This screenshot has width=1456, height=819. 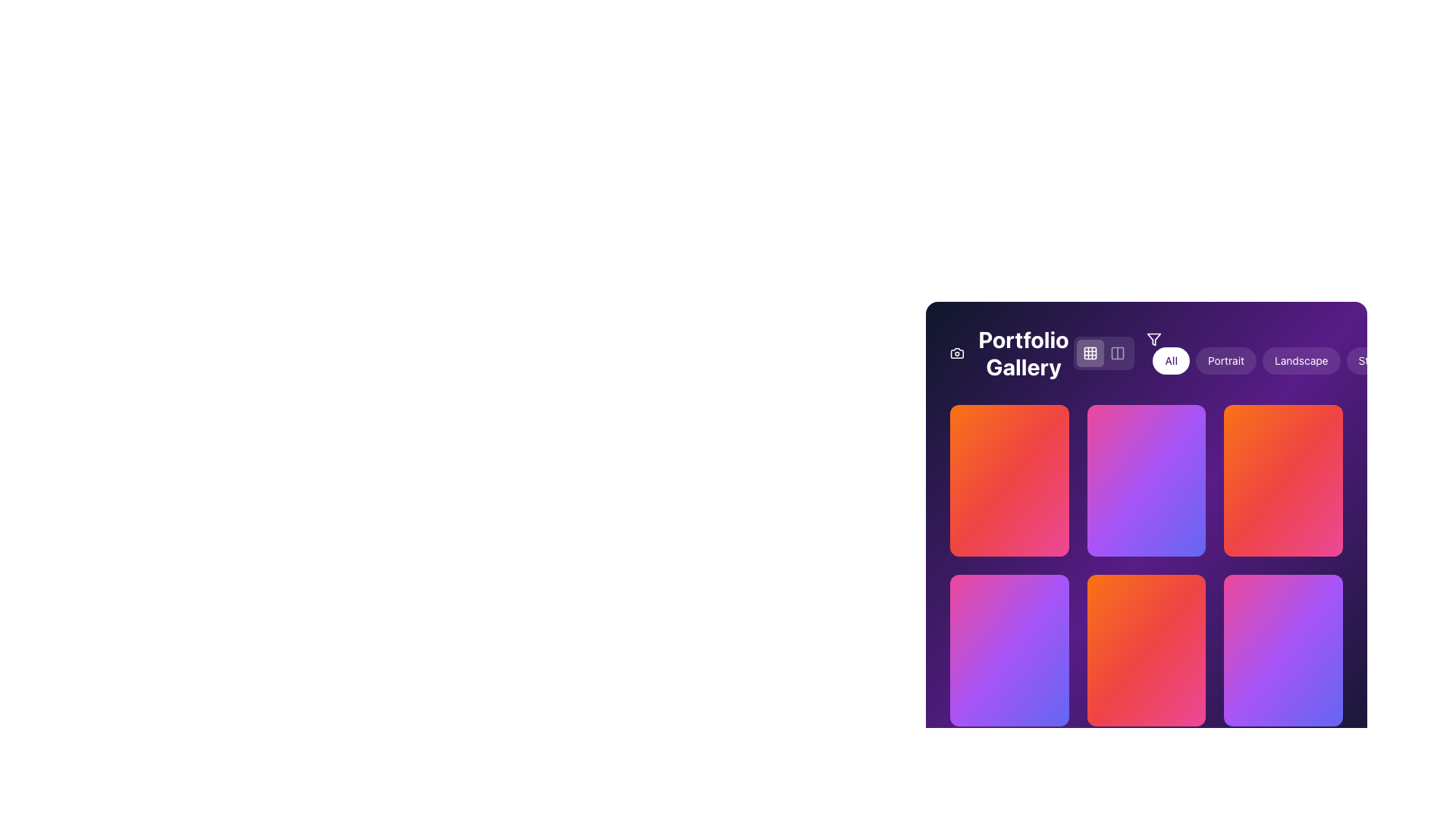 What do you see at coordinates (1153, 338) in the screenshot?
I see `the filter icon located to the right of the toggle icons and to the left of the 'All' filter button` at bounding box center [1153, 338].